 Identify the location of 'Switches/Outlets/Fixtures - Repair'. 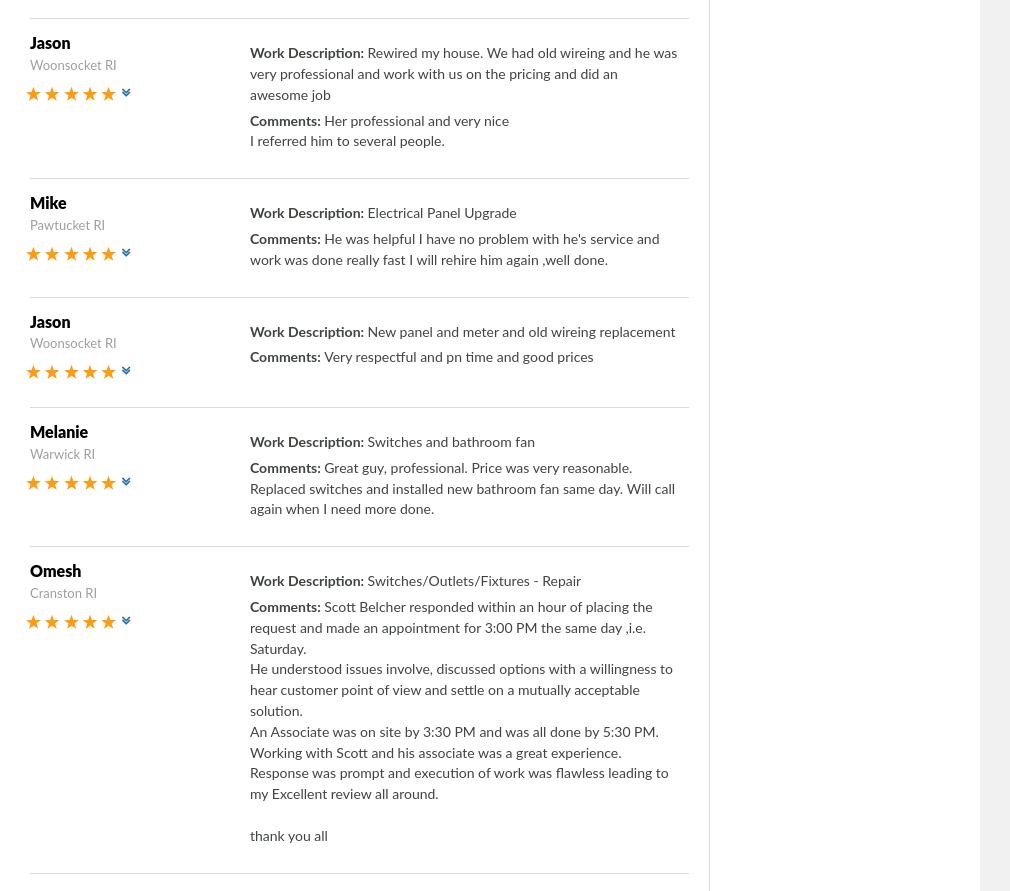
(473, 582).